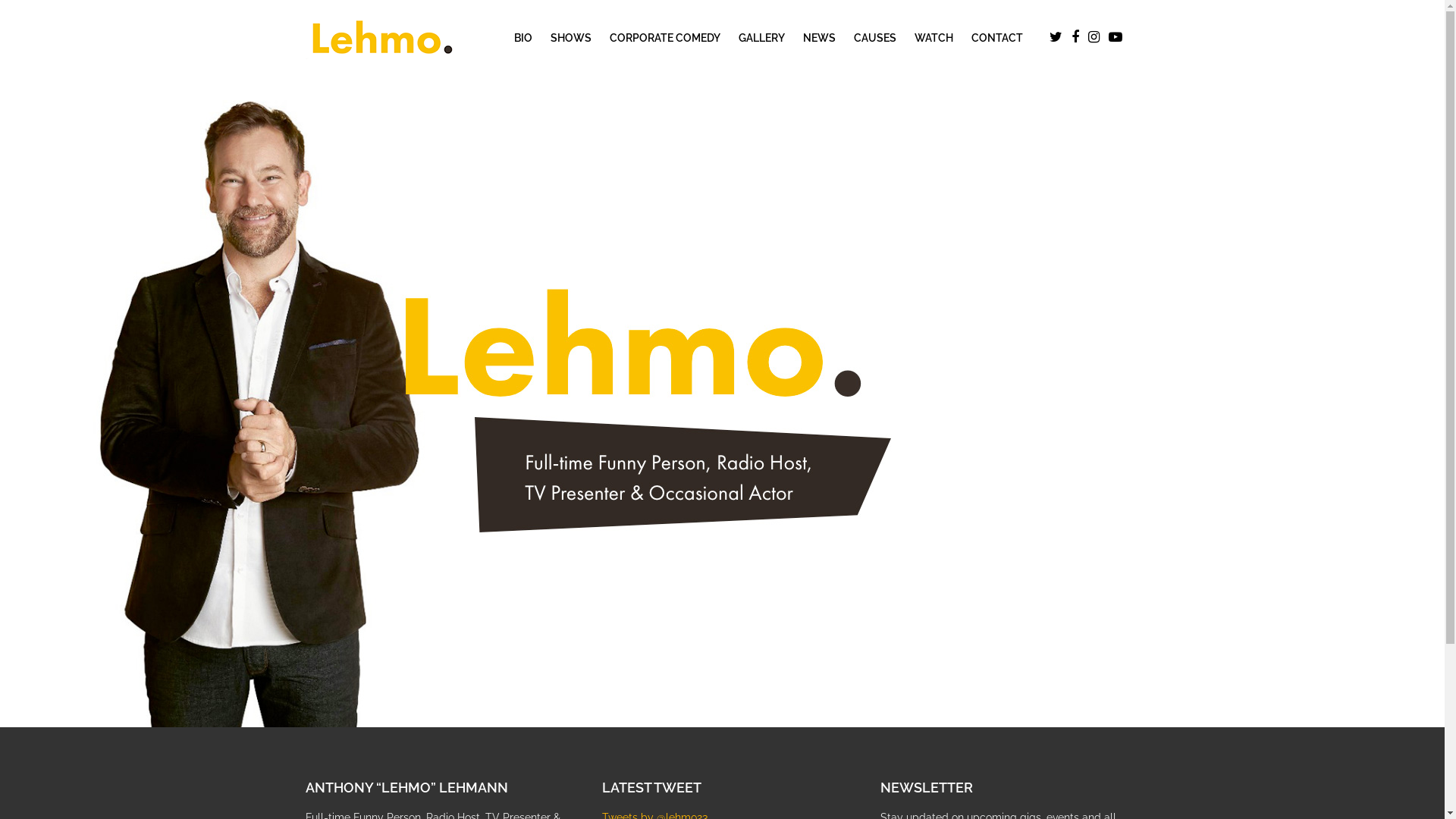 The width and height of the screenshot is (1456, 819). What do you see at coordinates (996, 37) in the screenshot?
I see `'CONTACT'` at bounding box center [996, 37].